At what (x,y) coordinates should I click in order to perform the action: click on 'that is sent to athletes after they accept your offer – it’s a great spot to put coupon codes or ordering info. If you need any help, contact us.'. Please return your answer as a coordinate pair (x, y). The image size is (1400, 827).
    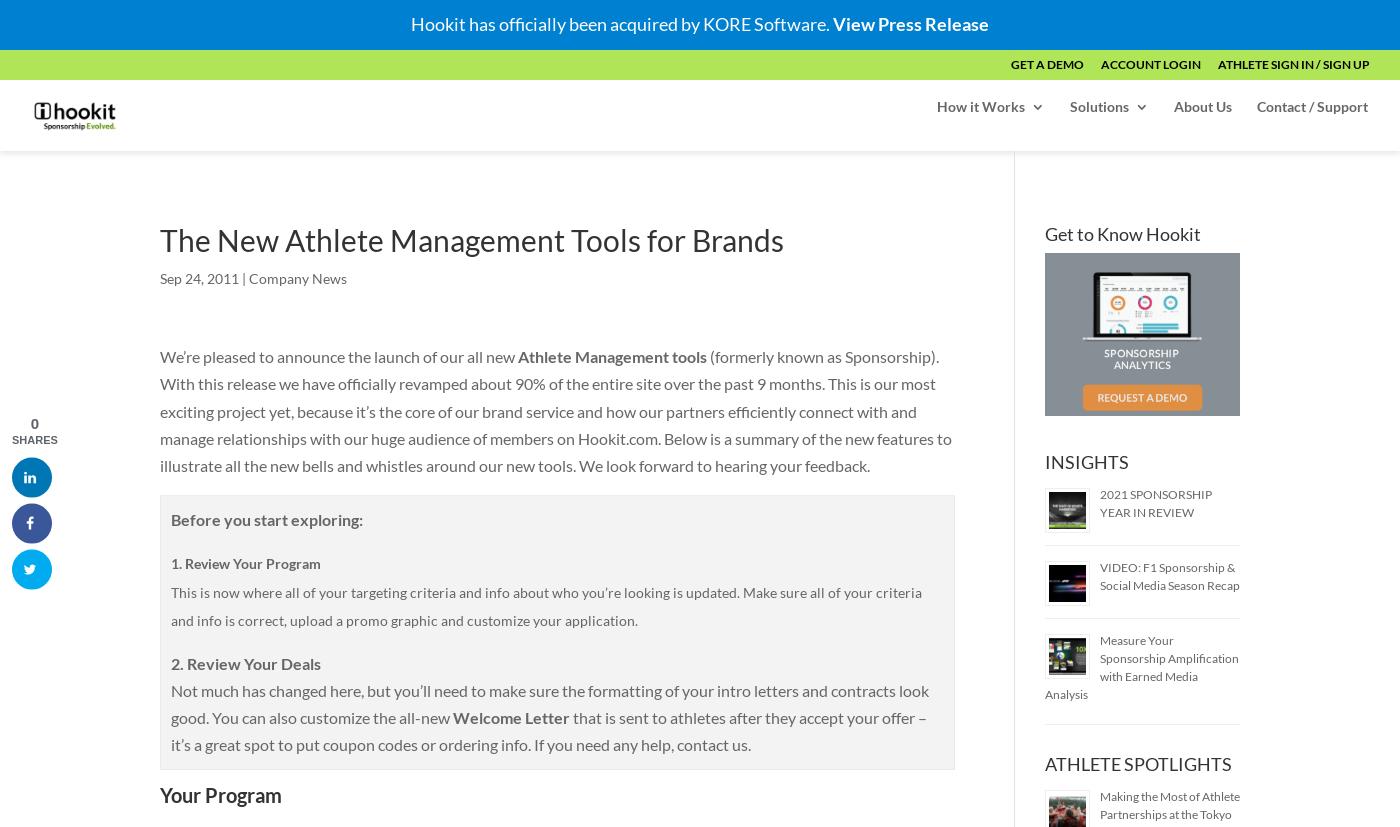
    Looking at the image, I should click on (548, 730).